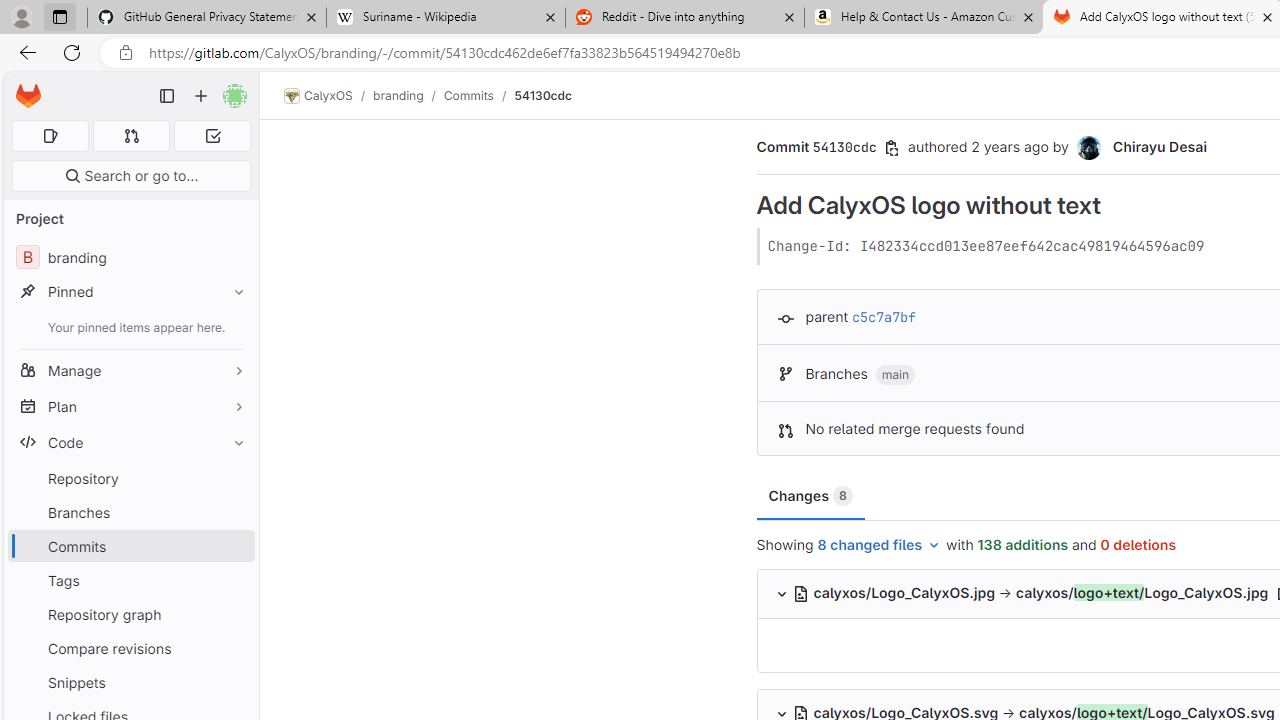 The height and width of the screenshot is (720, 1280). I want to click on 'Repository graph', so click(130, 613).